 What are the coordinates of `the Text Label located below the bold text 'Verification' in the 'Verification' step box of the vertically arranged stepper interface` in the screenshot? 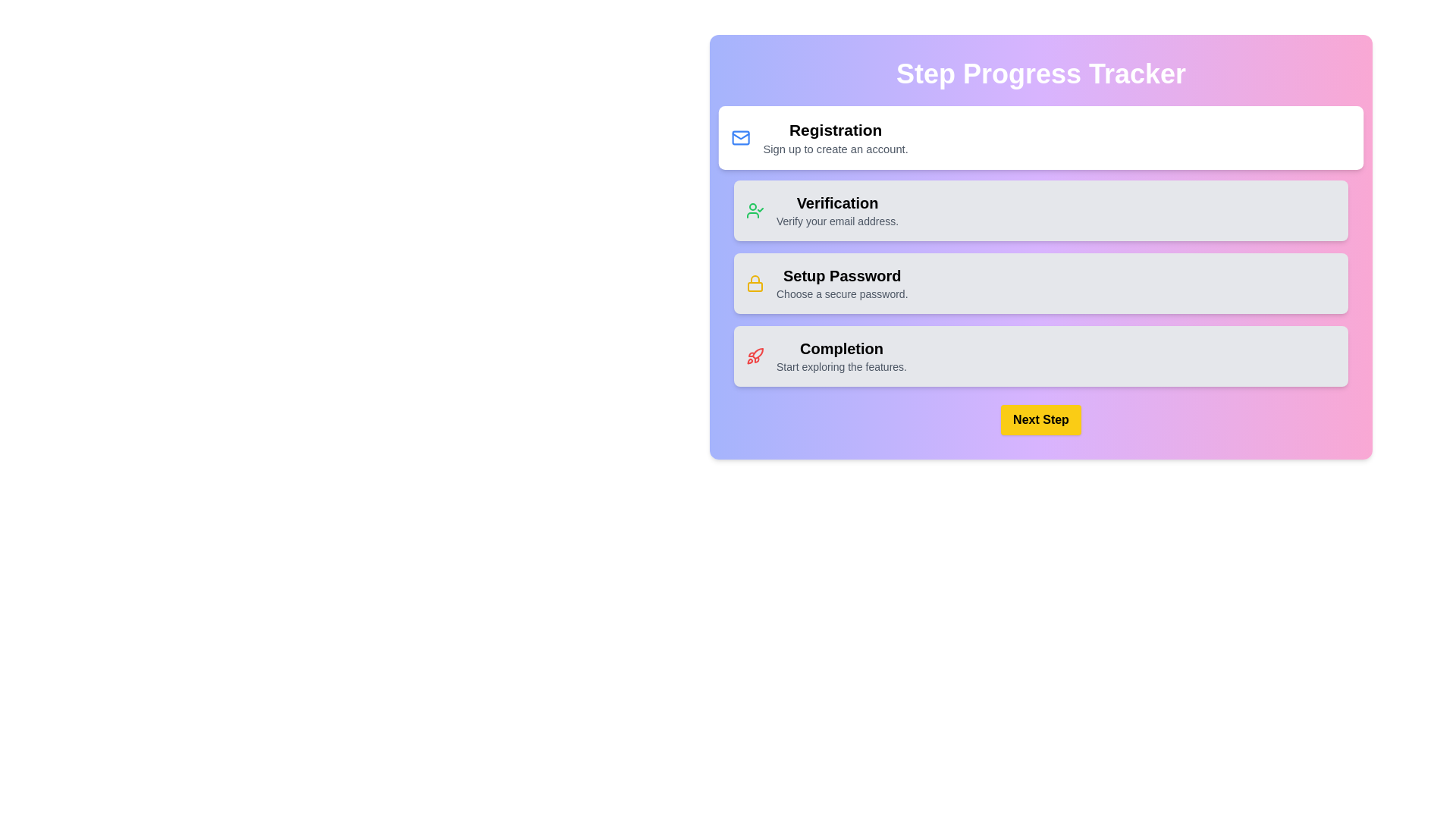 It's located at (836, 221).